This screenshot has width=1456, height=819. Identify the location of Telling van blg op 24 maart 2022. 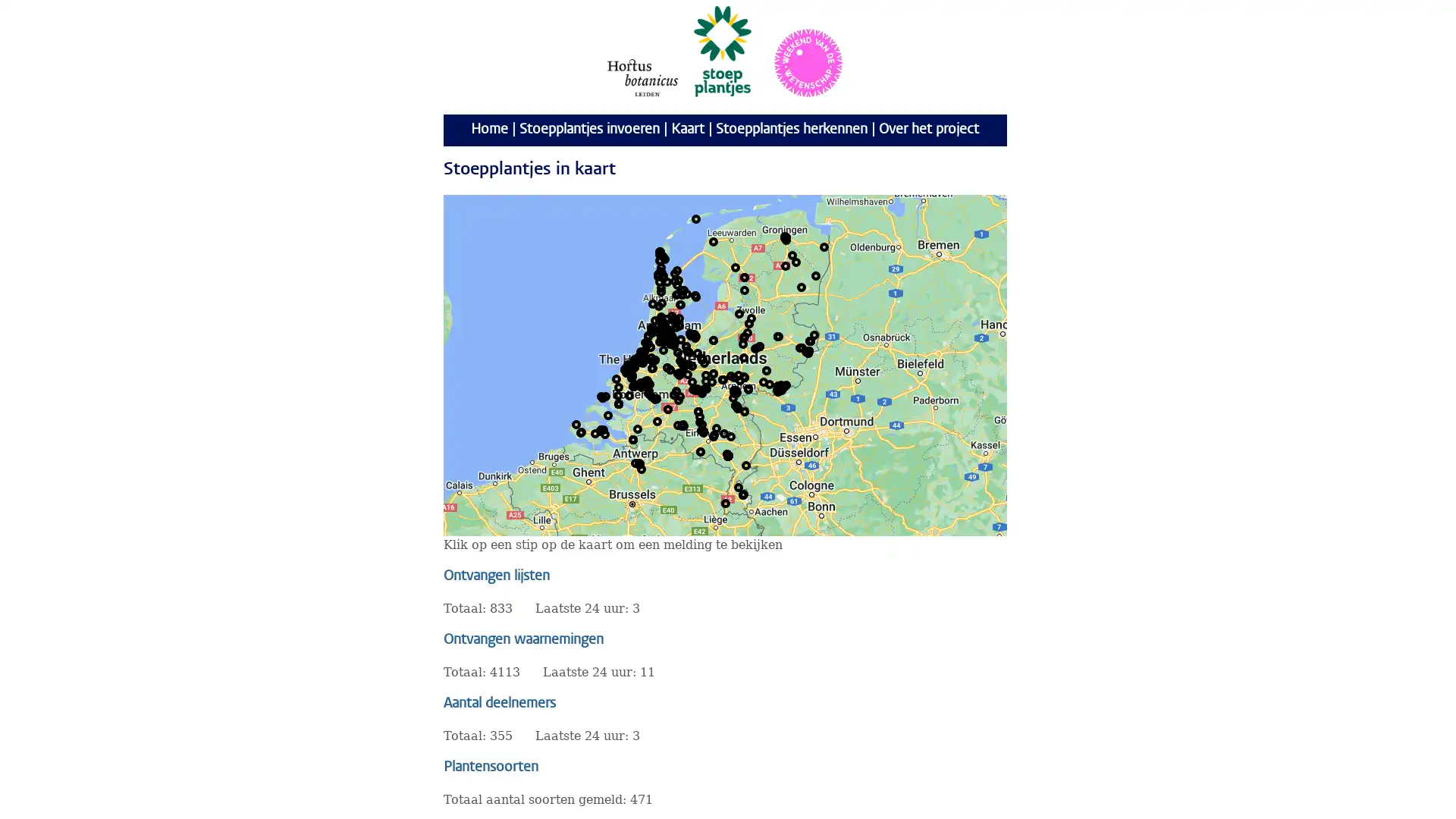
(662, 336).